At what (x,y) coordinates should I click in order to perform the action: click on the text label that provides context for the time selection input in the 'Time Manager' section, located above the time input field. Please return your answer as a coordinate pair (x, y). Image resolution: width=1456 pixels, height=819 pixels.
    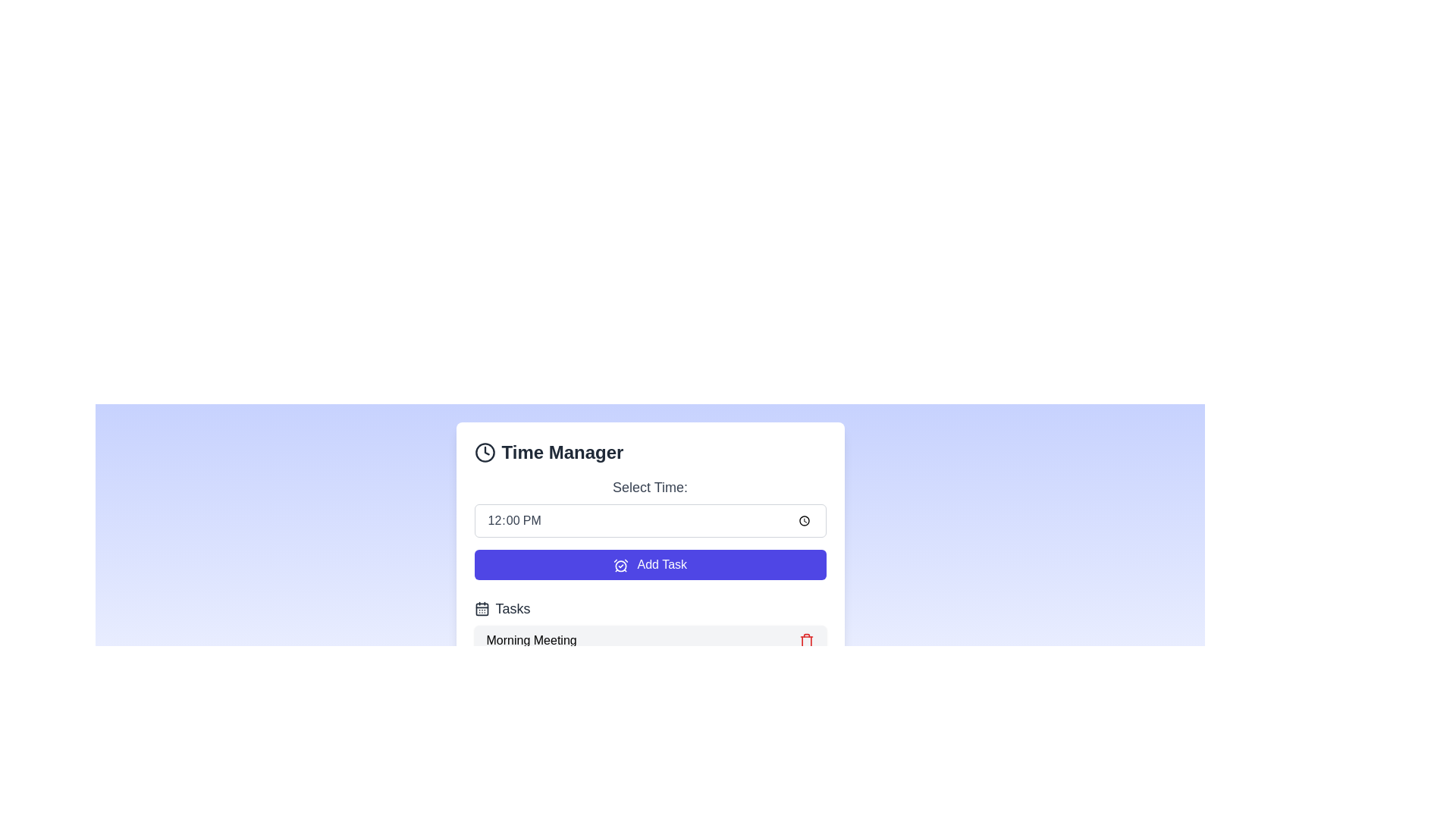
    Looking at the image, I should click on (650, 488).